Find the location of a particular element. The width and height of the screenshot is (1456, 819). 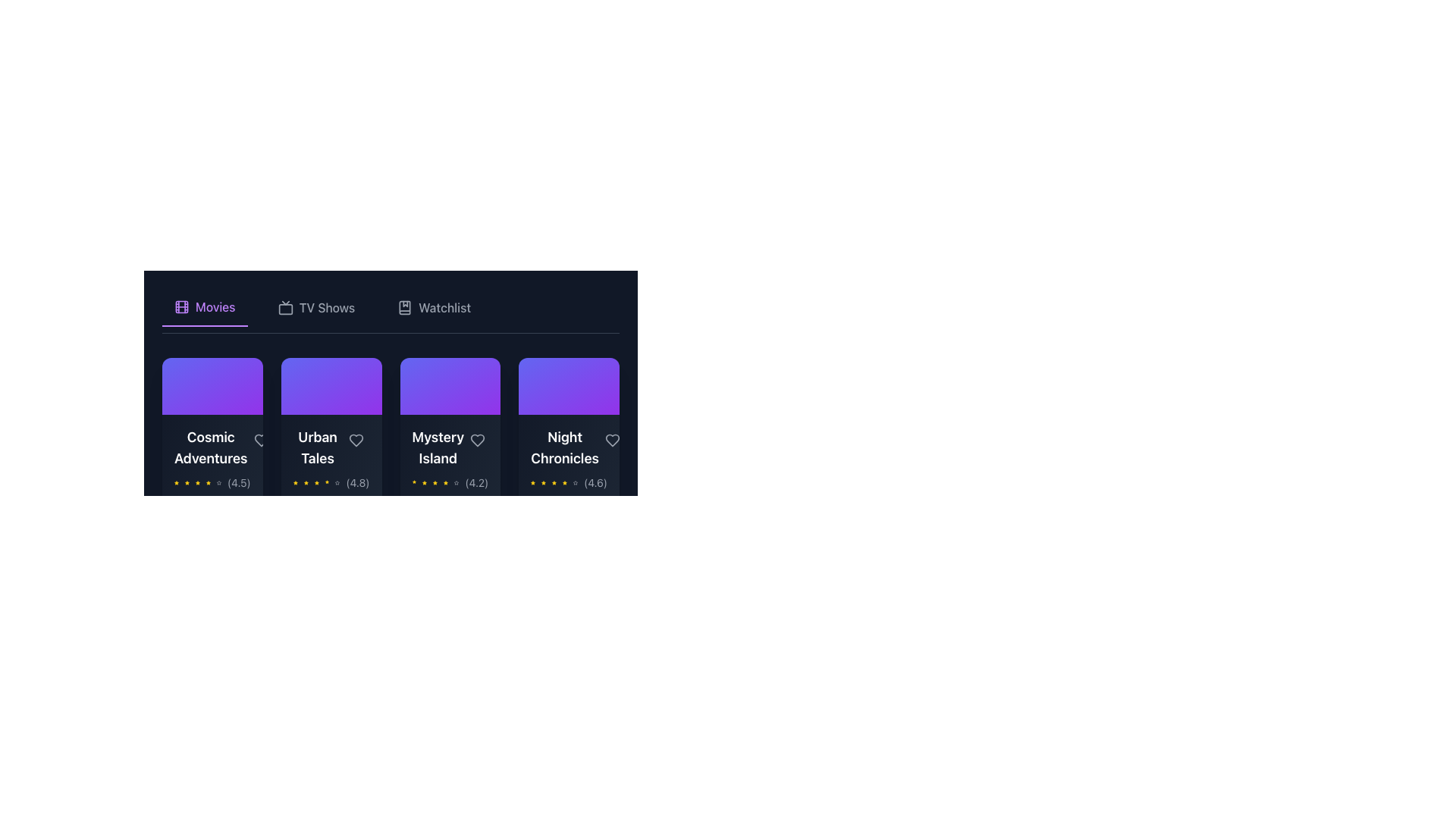

the small gray text snippet showing '(4.5)' located to the right of the yellow rating stars under the heading 'Cosmic Adventures' in the first content card is located at coordinates (238, 482).